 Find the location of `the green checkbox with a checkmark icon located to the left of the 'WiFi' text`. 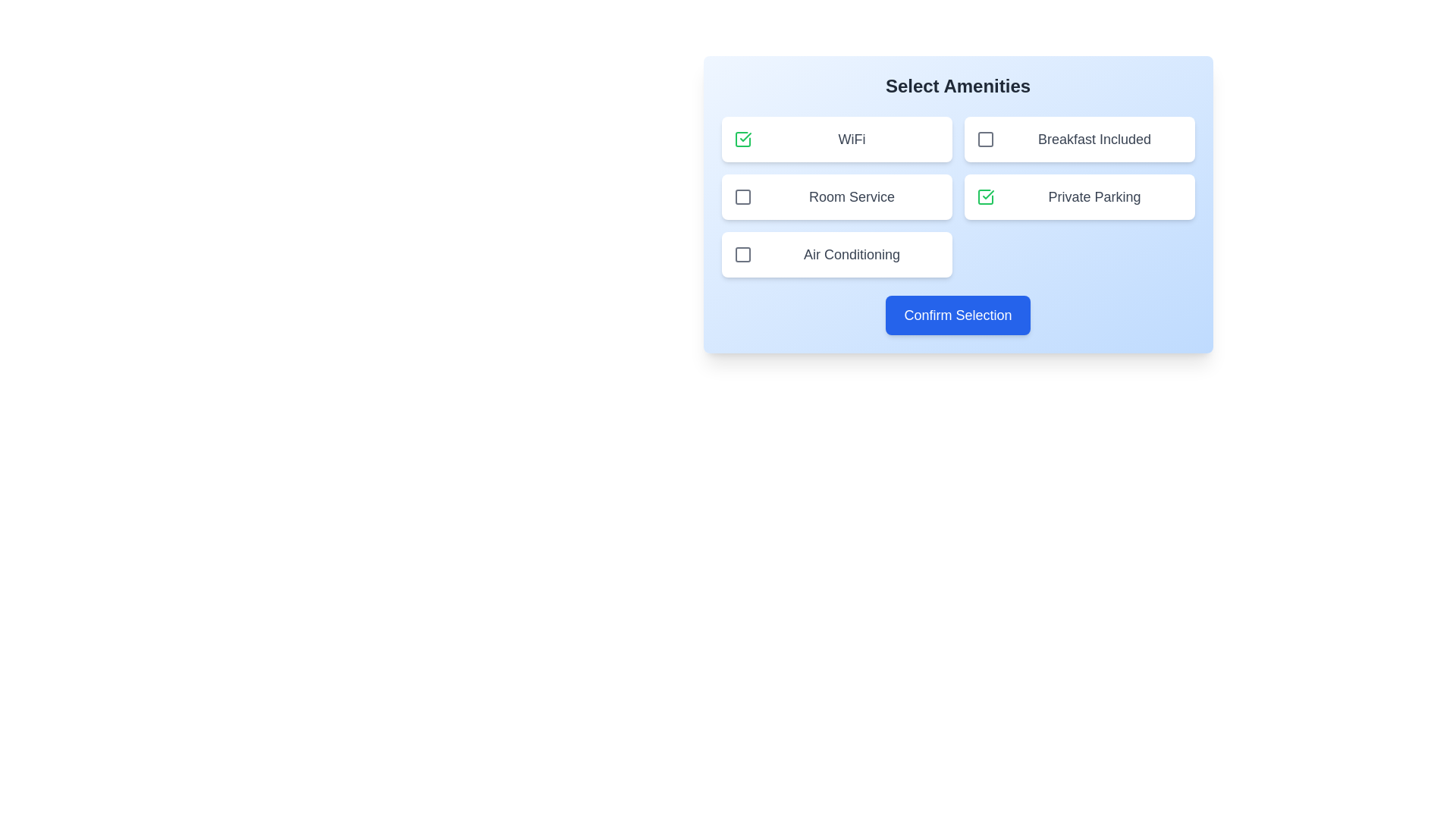

the green checkbox with a checkmark icon located to the left of the 'WiFi' text is located at coordinates (742, 140).